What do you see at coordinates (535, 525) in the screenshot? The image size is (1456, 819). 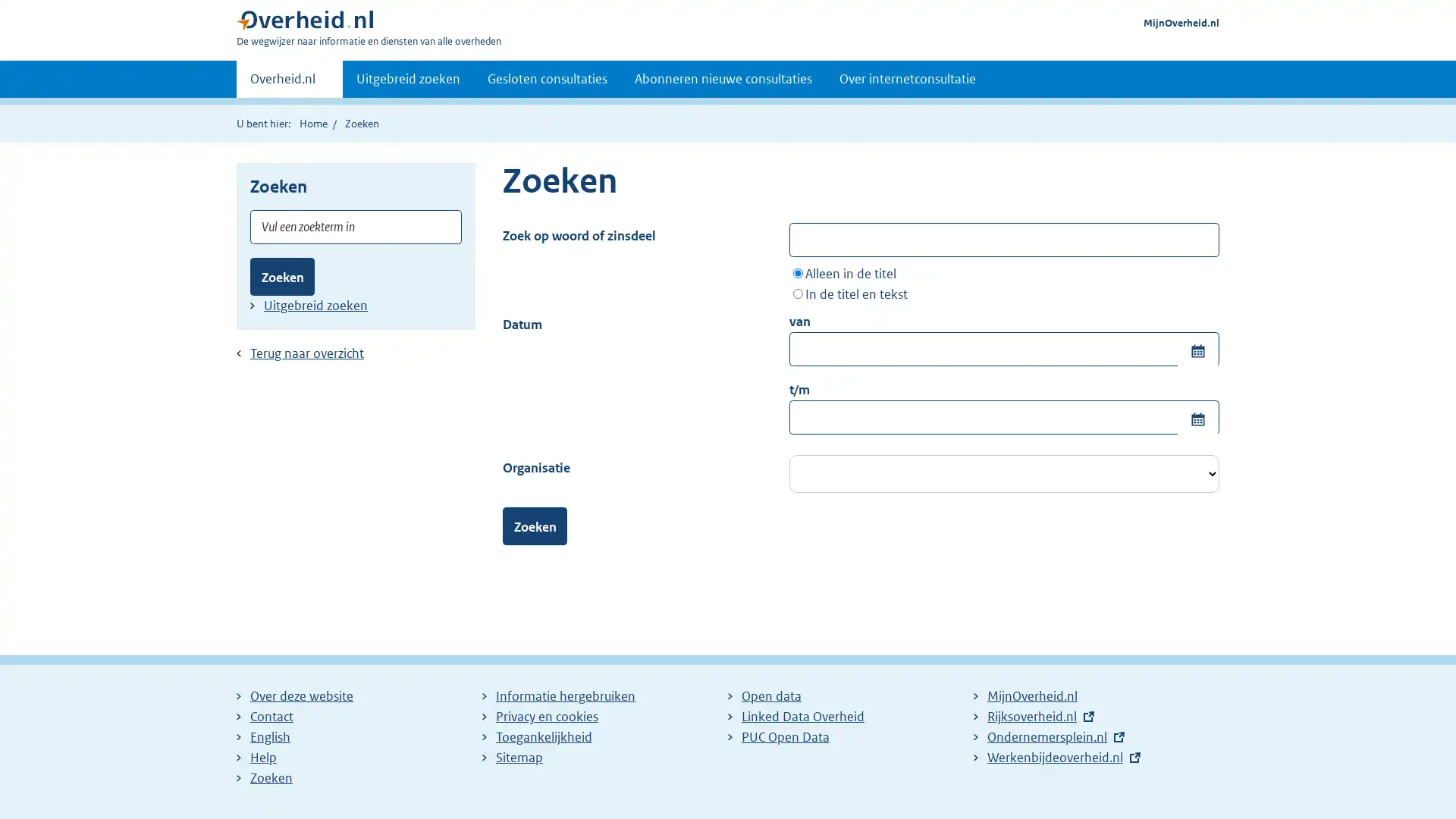 I see `Zoeken` at bounding box center [535, 525].